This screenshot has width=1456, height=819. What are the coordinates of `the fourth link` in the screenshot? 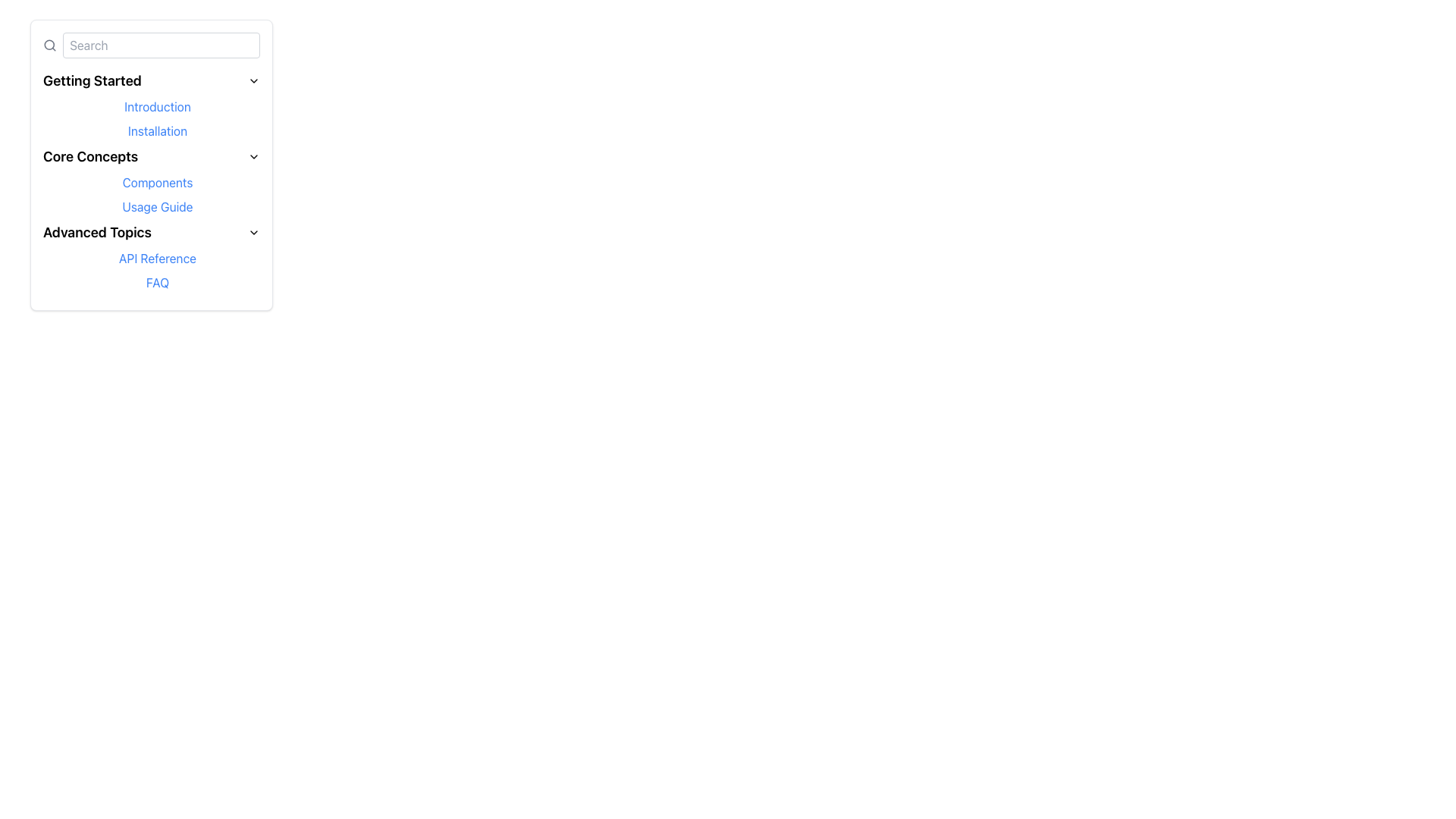 It's located at (157, 207).